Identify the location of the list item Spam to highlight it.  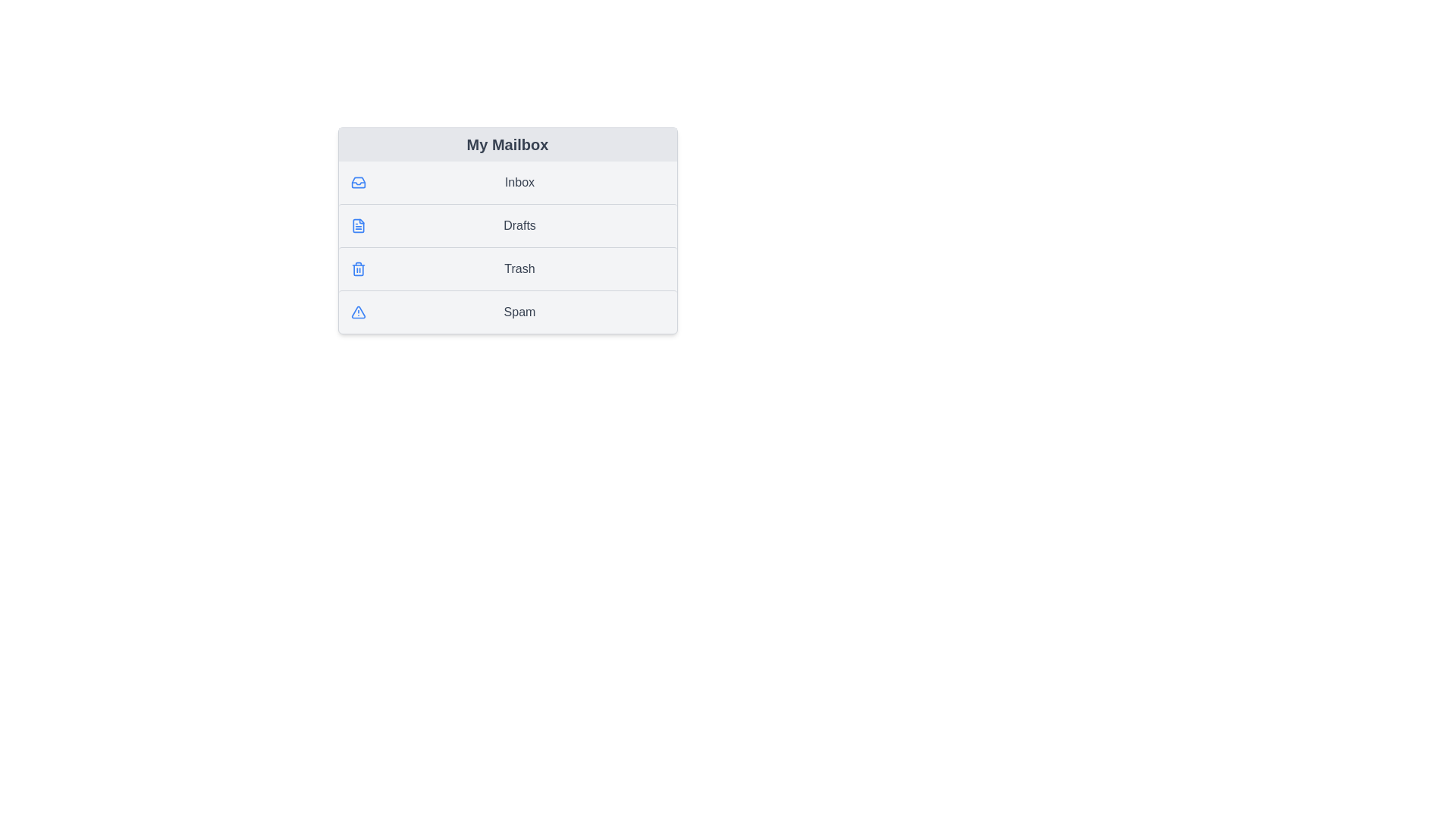
(507, 311).